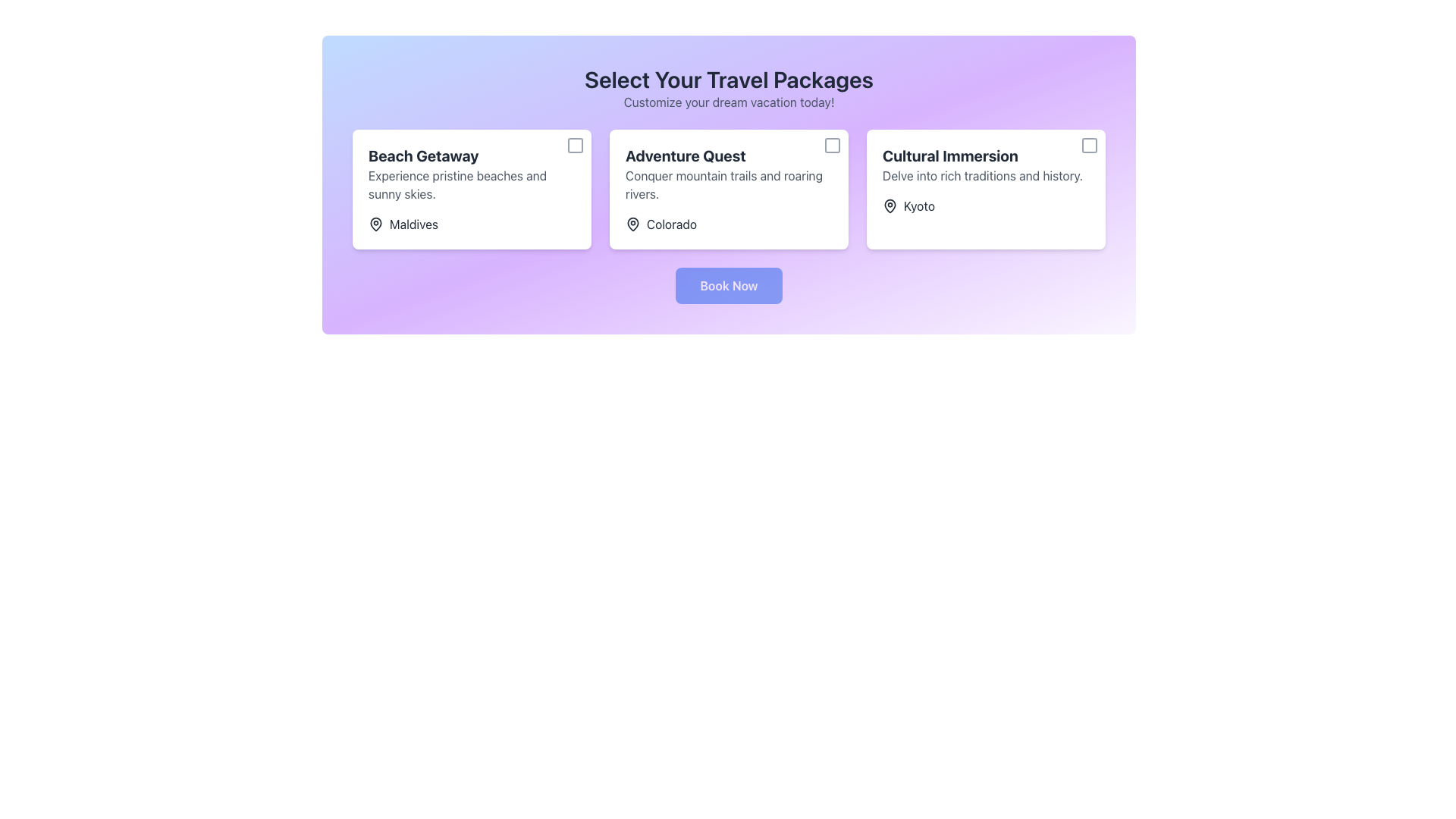 This screenshot has width=1456, height=819. I want to click on text label displaying 'Maldives' accompanied by a location pin icon, located at the bottom-left section of the 'Beach Getaway' card, so click(403, 224).